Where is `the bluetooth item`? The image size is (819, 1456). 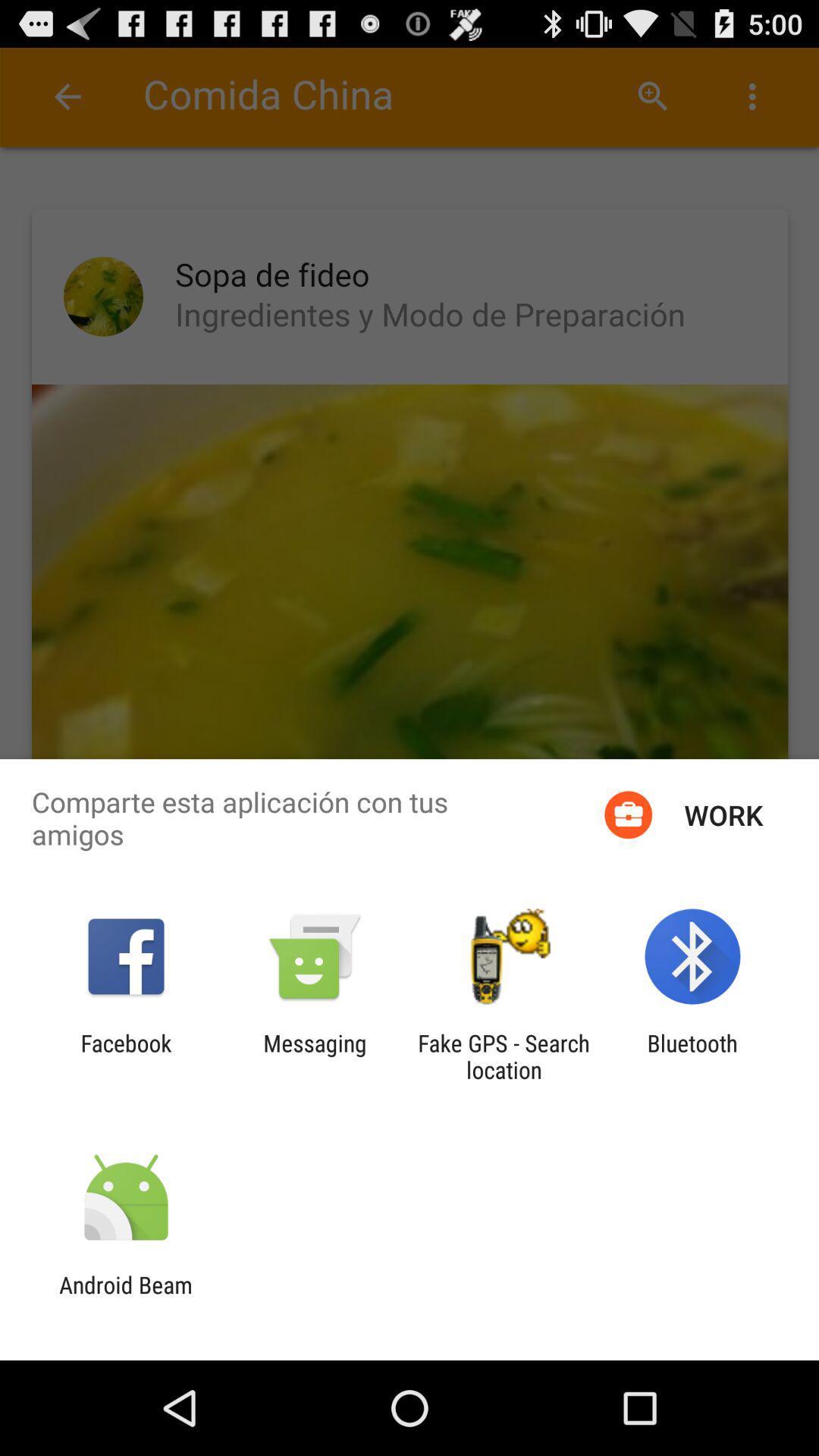
the bluetooth item is located at coordinates (692, 1056).